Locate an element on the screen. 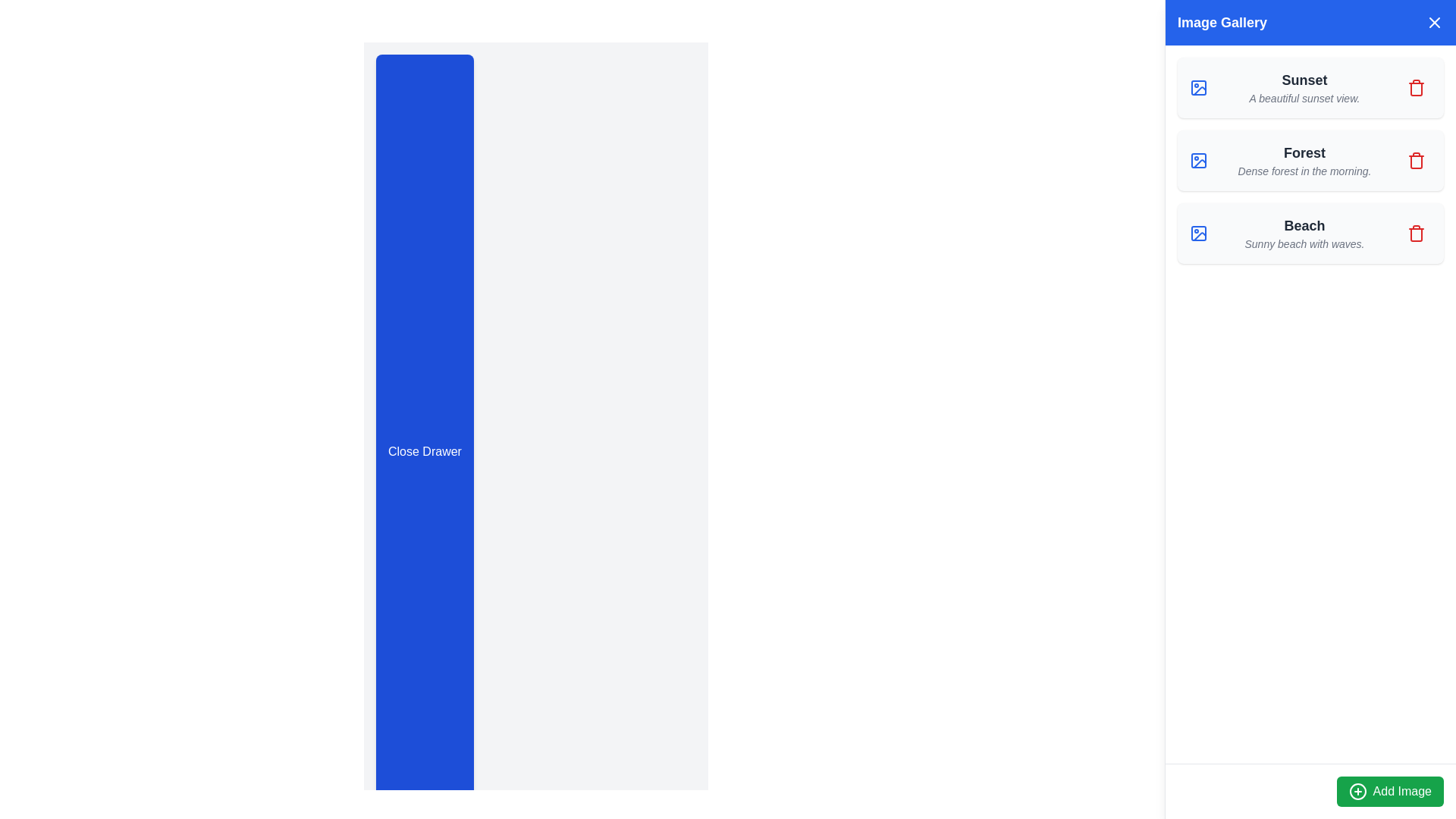 This screenshot has height=819, width=1456. the red trash can icon located at the top-right corner of the 'Sunset' item is located at coordinates (1415, 87).